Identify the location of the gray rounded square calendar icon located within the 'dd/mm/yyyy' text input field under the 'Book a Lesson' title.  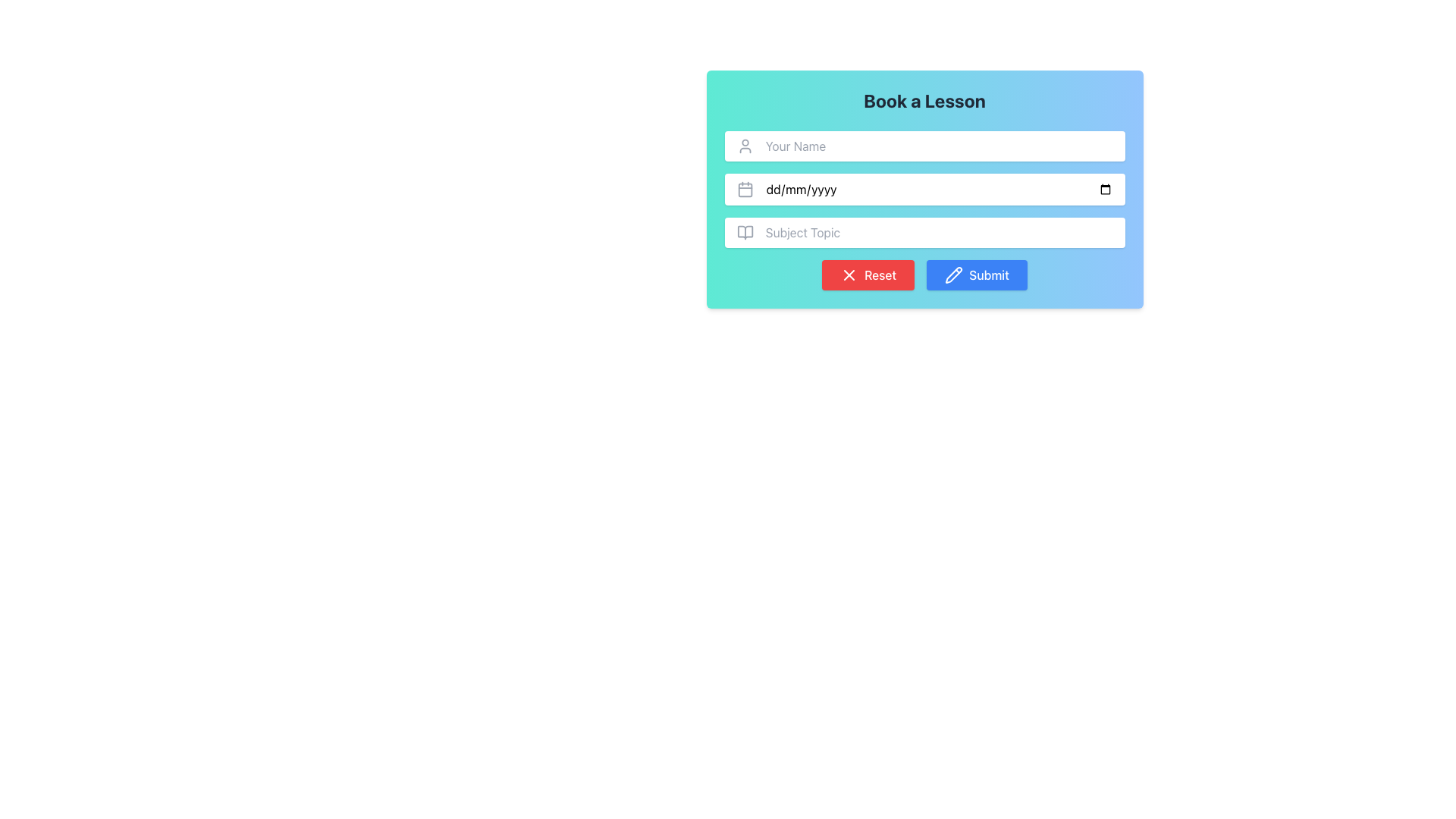
(745, 189).